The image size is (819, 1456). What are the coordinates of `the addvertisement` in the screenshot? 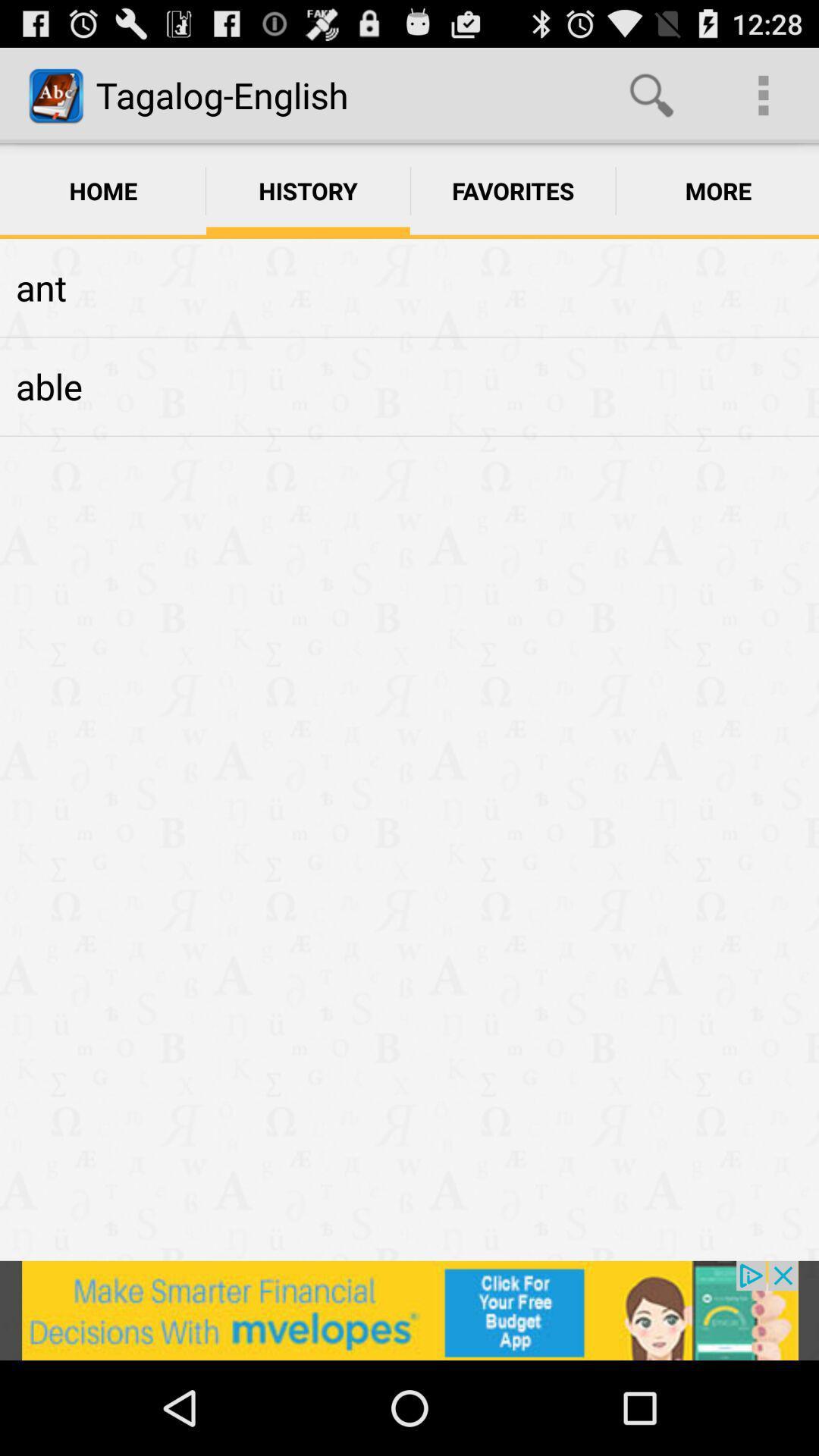 It's located at (409, 1310).